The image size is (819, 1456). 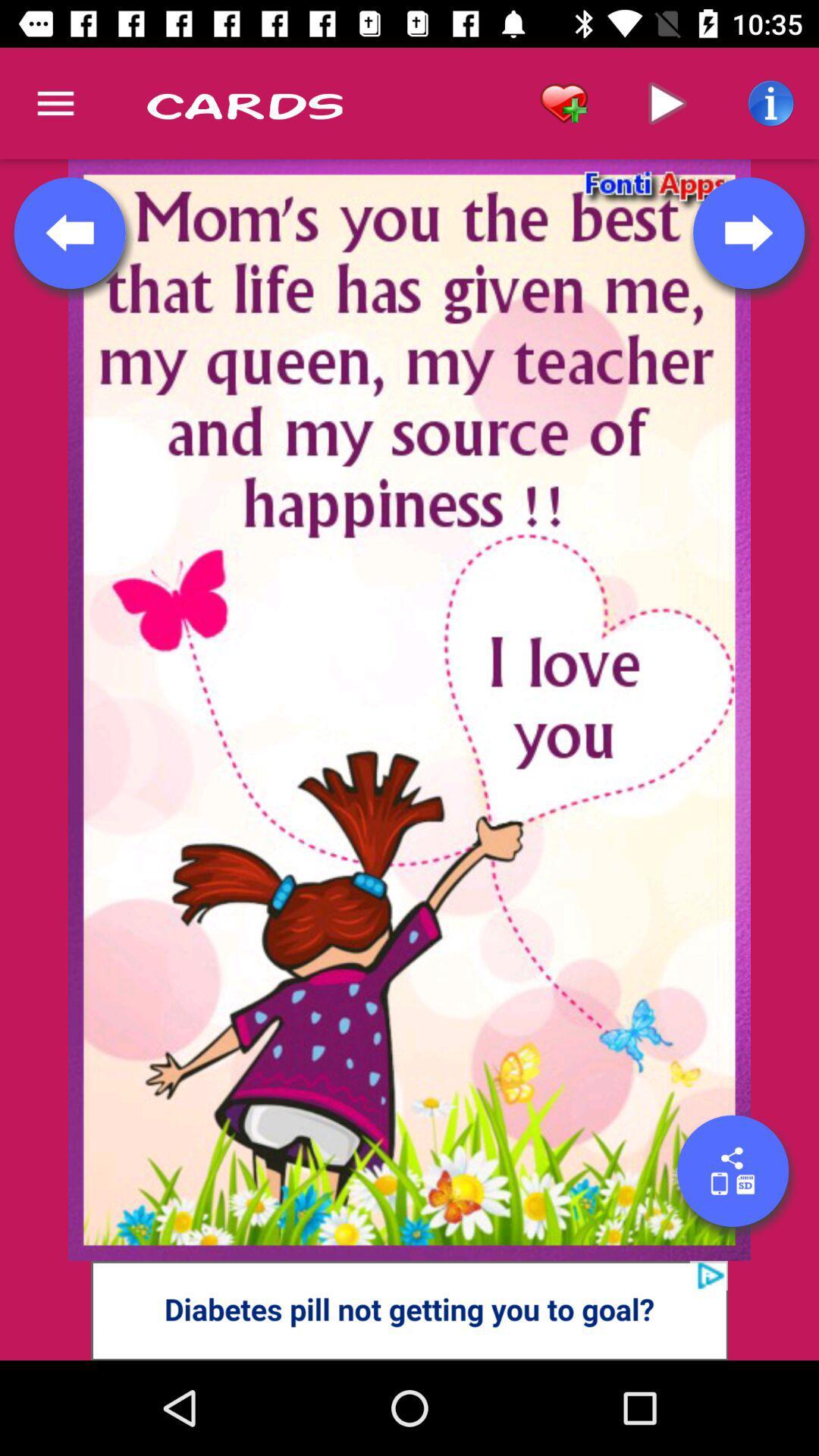 I want to click on share, so click(x=732, y=1170).